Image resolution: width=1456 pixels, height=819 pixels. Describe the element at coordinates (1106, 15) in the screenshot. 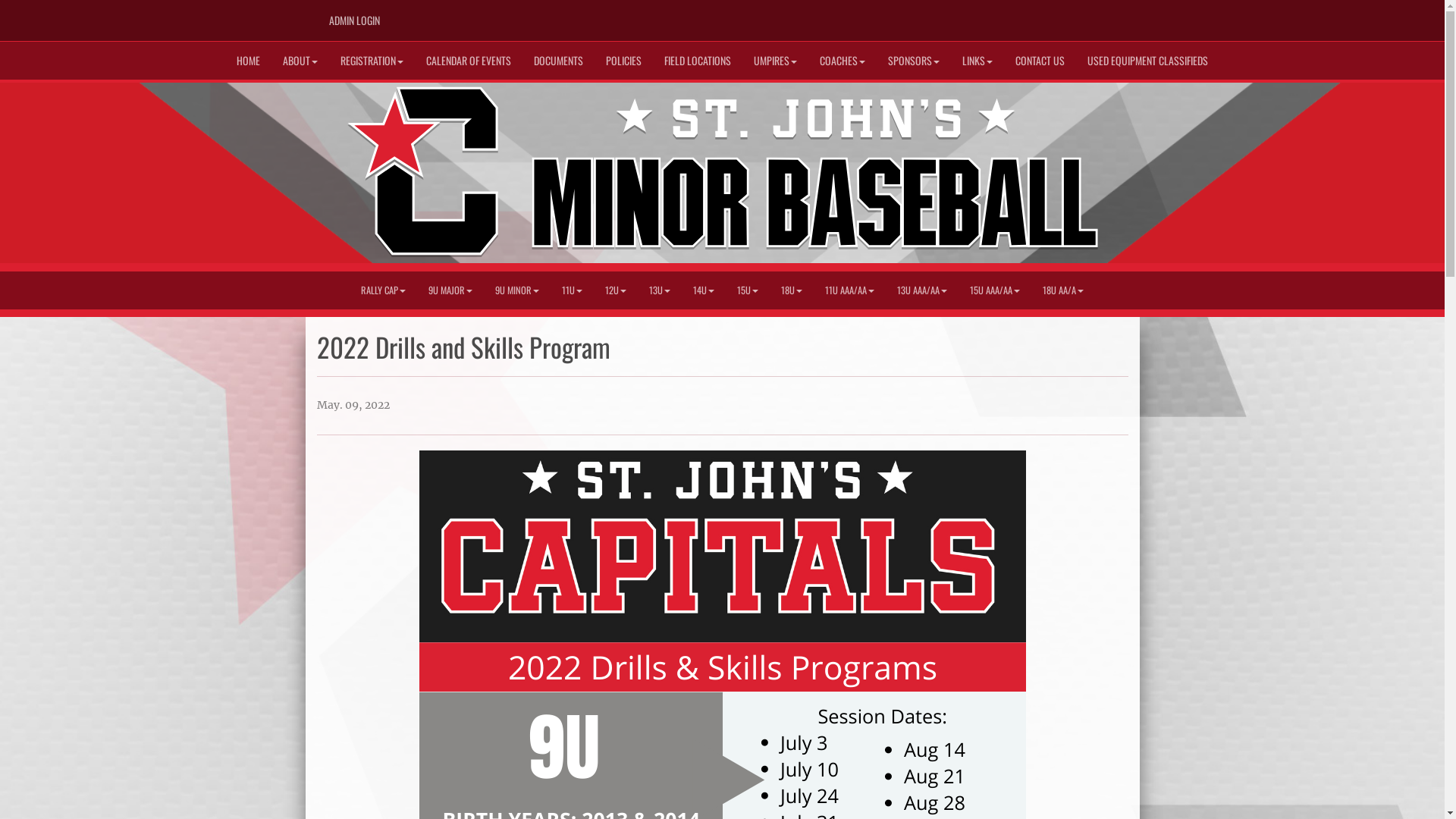

I see `'Instagram'` at that location.